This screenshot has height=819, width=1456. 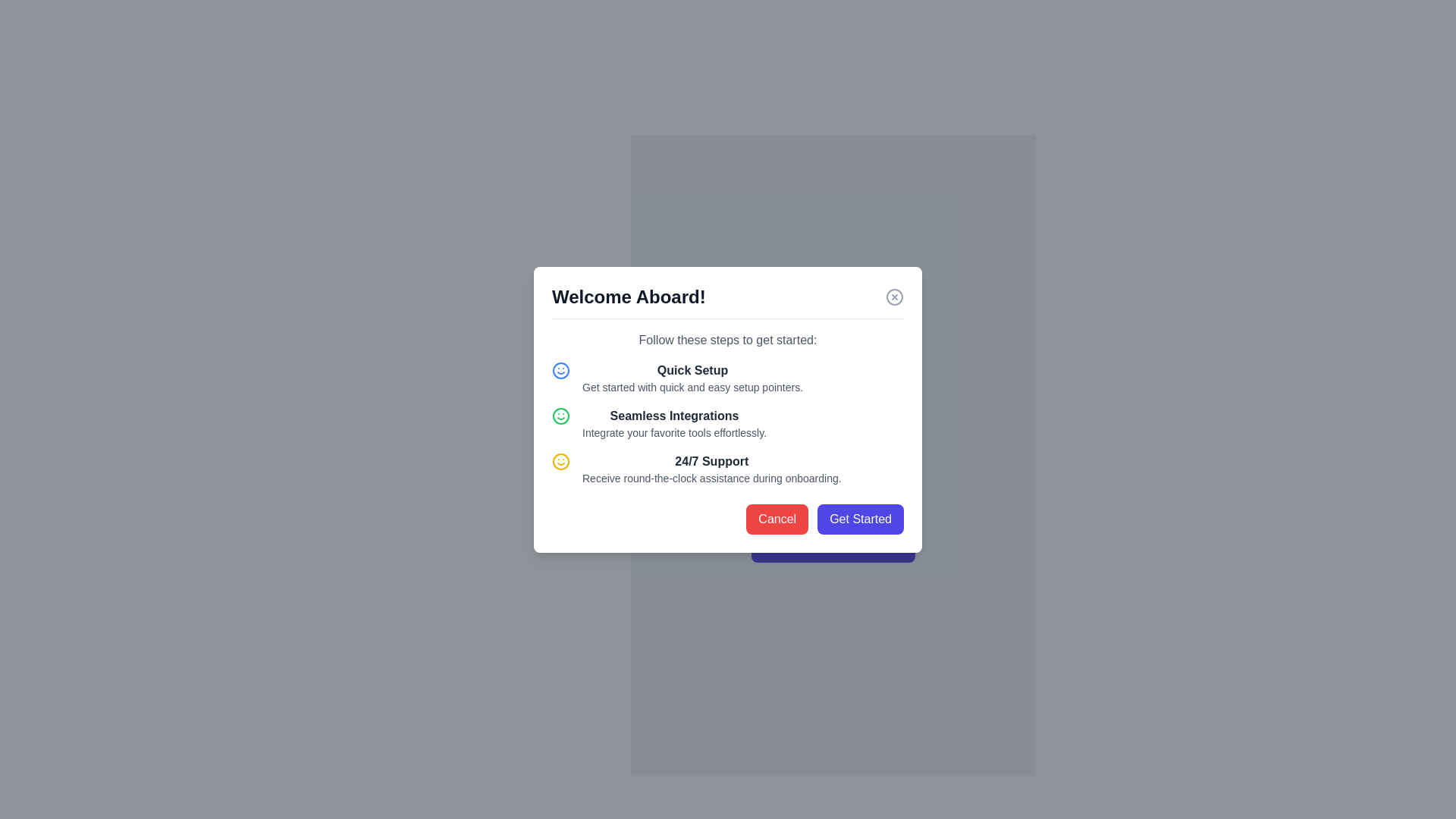 What do you see at coordinates (895, 297) in the screenshot?
I see `the interactive close icon` at bounding box center [895, 297].